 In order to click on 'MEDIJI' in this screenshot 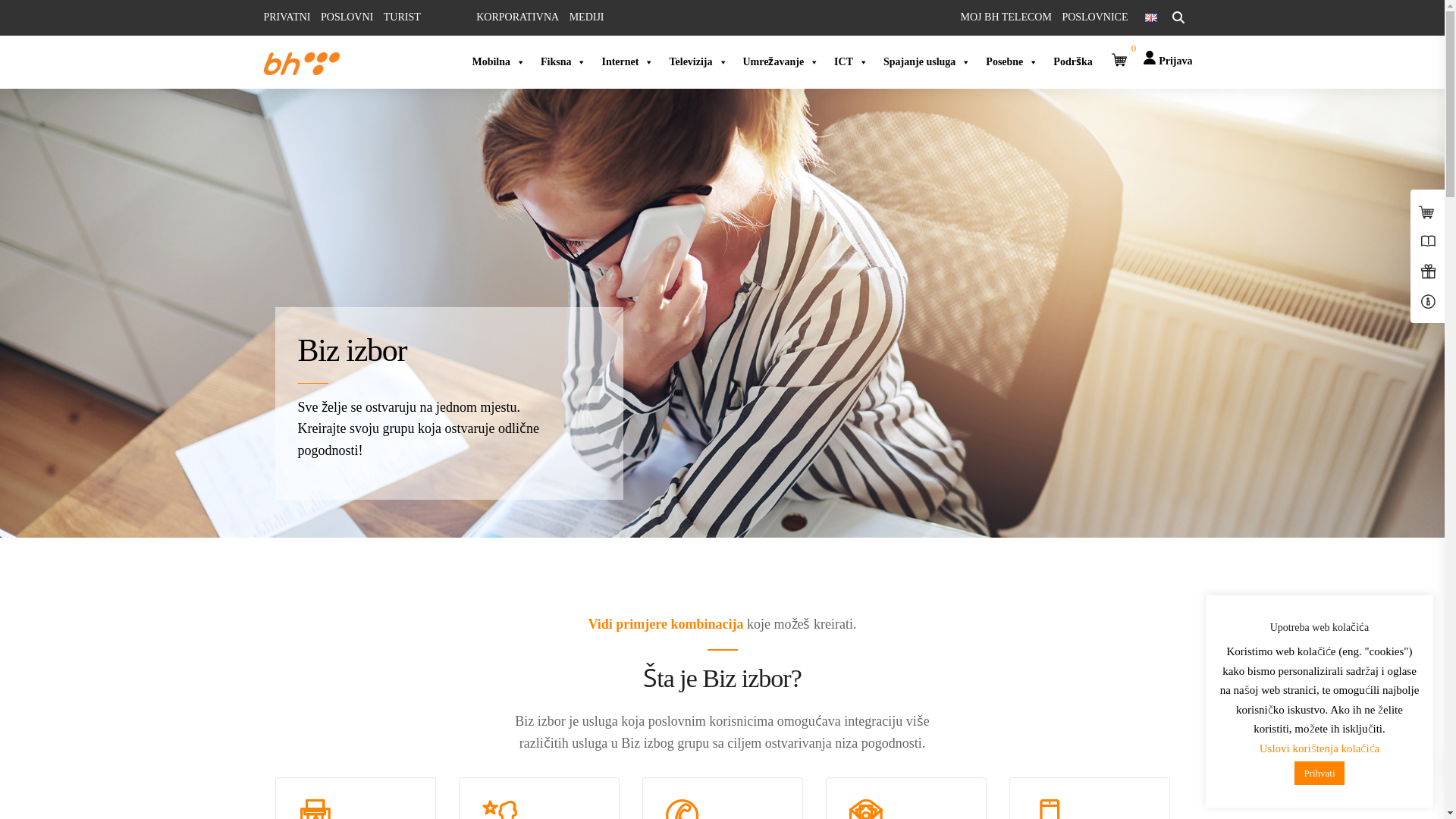, I will do `click(585, 17)`.